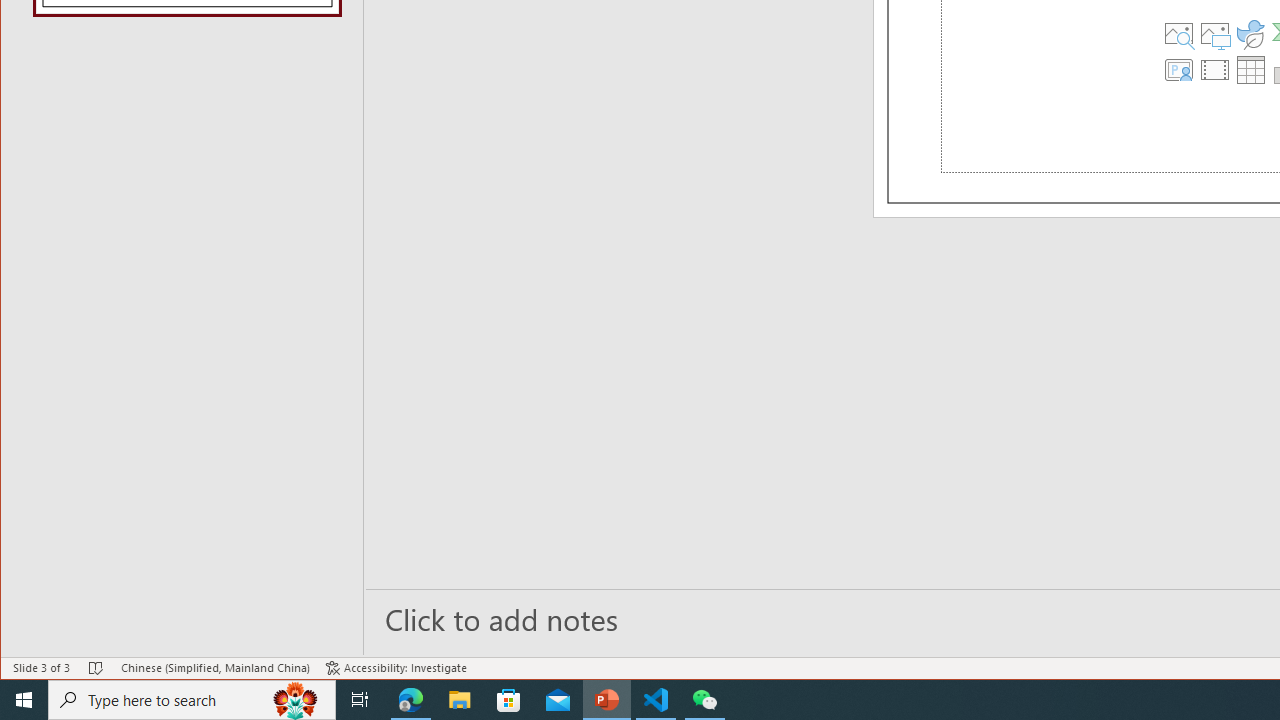  What do you see at coordinates (410, 698) in the screenshot?
I see `'Microsoft Edge - 1 running window'` at bounding box center [410, 698].